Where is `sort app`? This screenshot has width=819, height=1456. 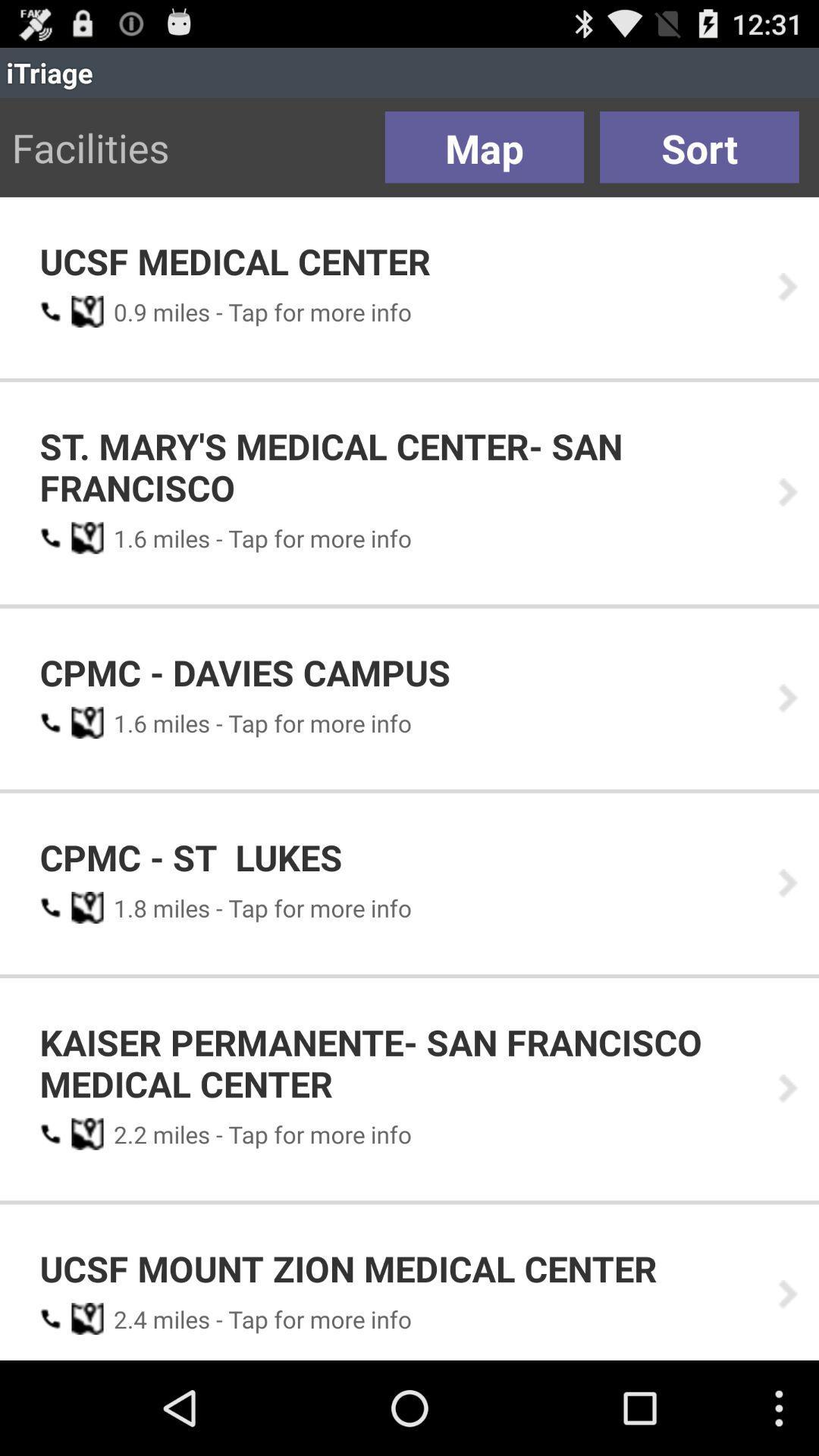
sort app is located at coordinates (699, 147).